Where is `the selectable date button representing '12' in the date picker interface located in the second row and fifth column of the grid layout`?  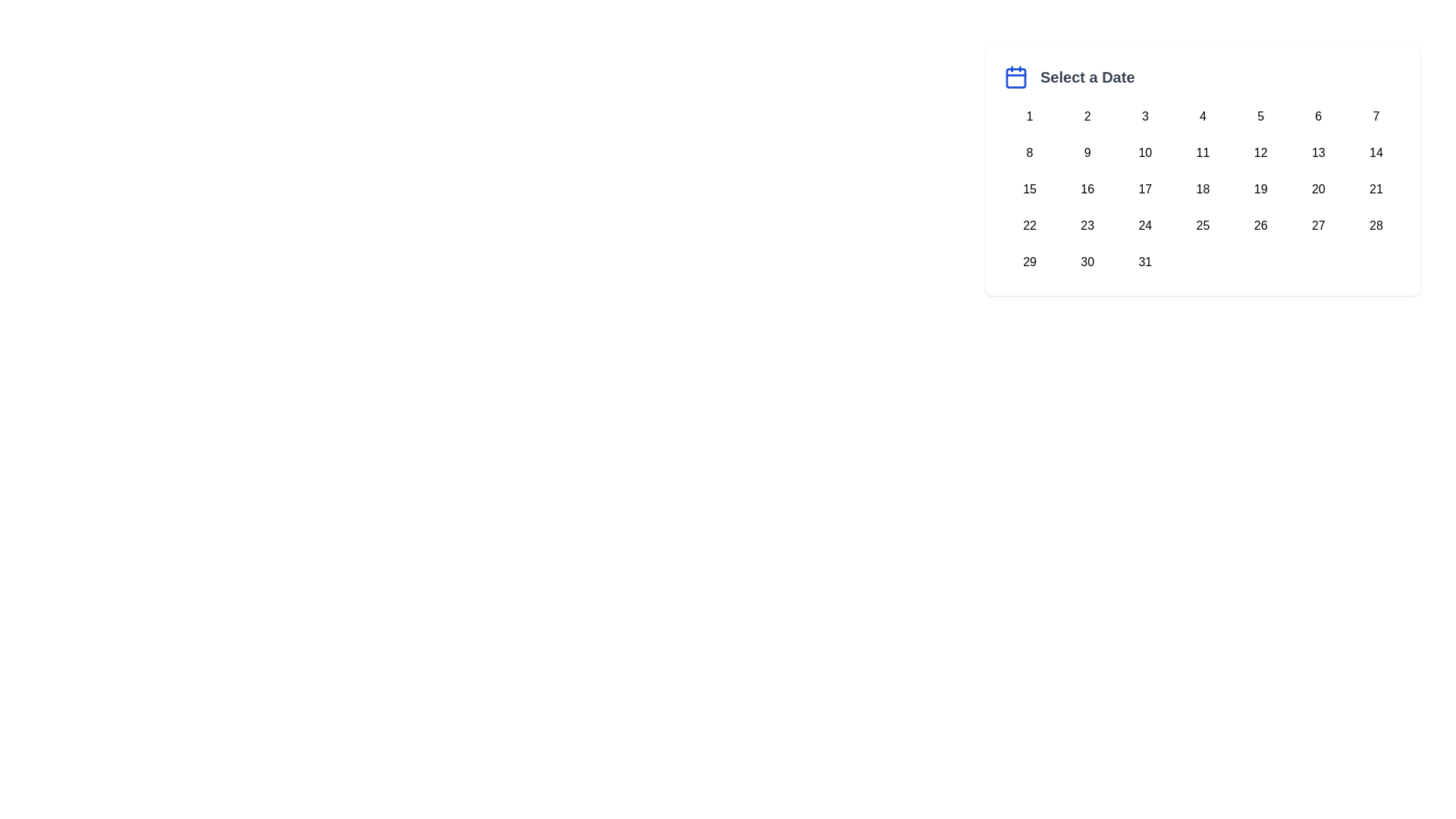
the selectable date button representing '12' in the date picker interface located in the second row and fifth column of the grid layout is located at coordinates (1260, 152).